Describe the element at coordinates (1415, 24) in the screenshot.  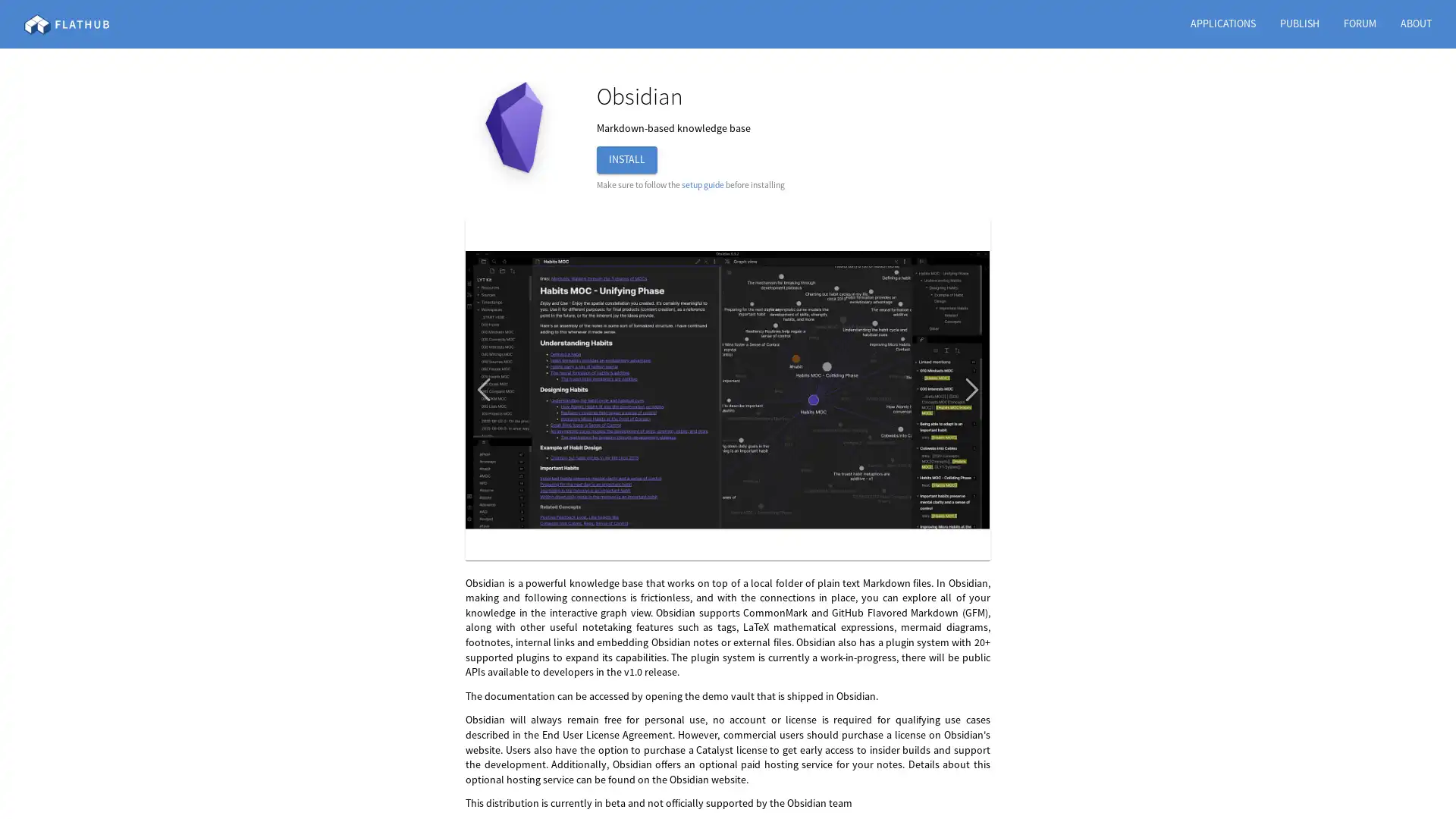
I see `ABOUT` at that location.